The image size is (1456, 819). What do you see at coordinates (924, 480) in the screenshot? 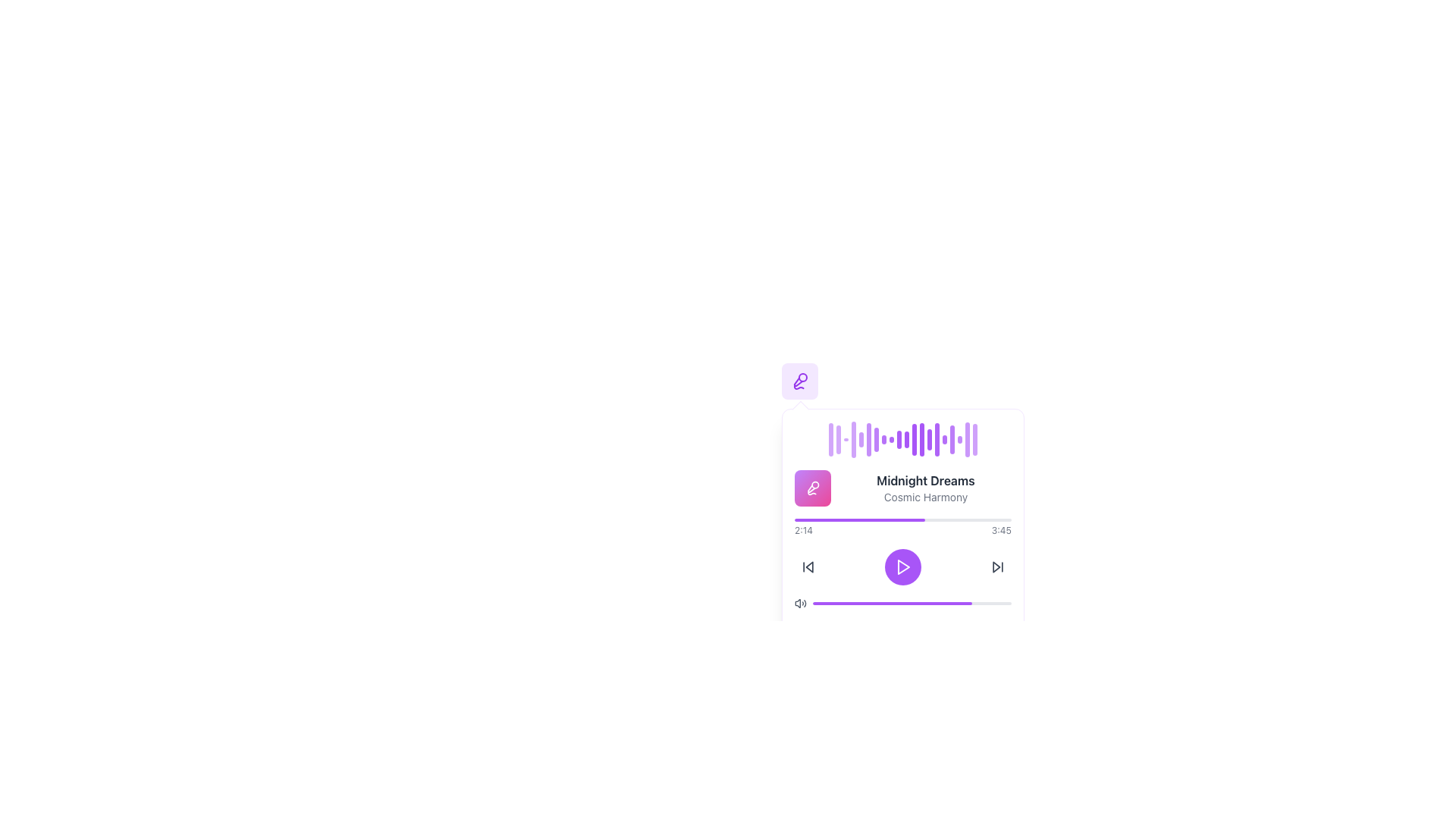
I see `text content of the title label within the card interface, which is positioned directly above the sibling element containing 'Cosmic Harmony'` at bounding box center [924, 480].